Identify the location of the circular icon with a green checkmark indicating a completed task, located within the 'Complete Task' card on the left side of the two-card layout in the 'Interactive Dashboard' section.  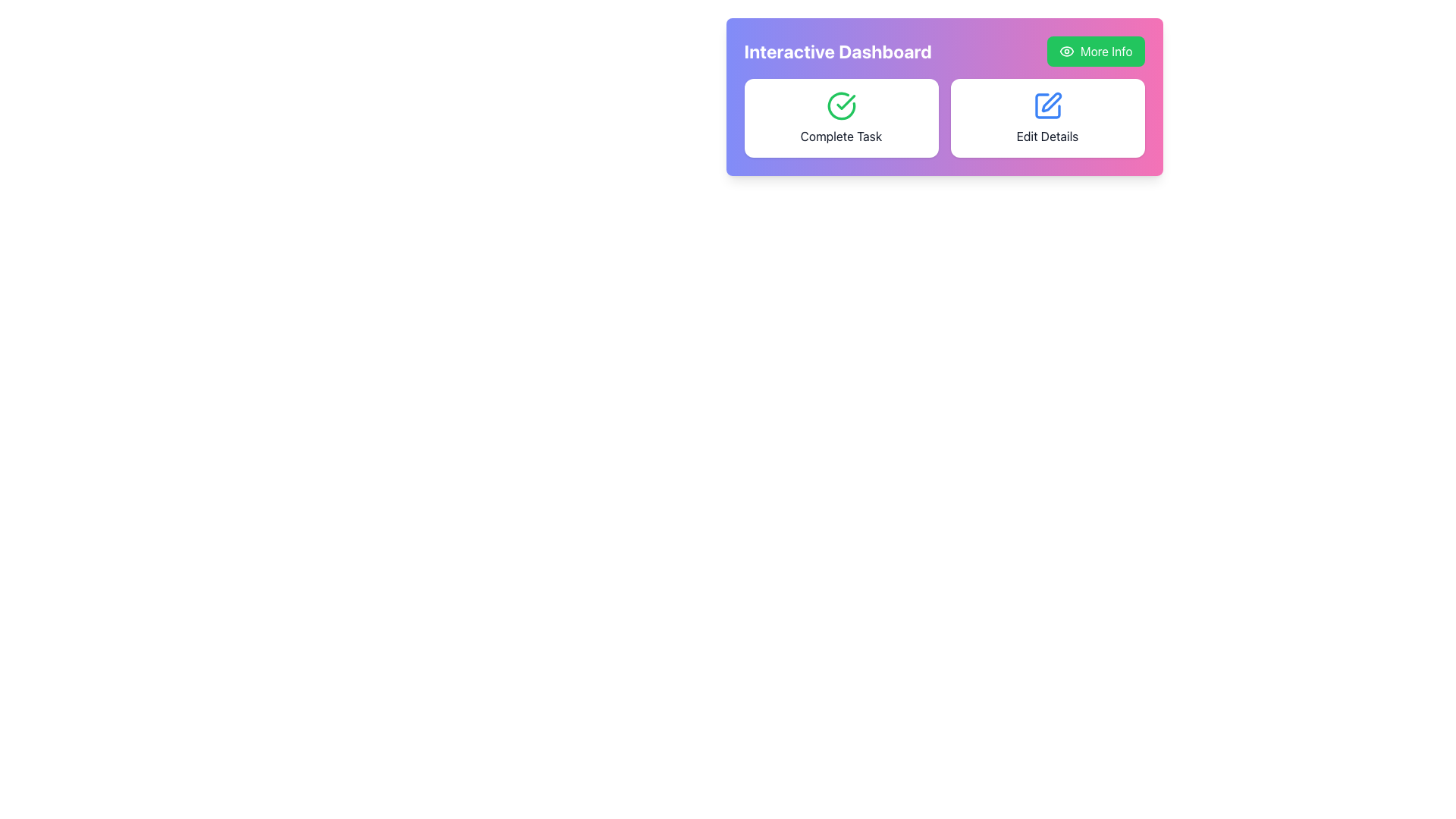
(840, 105).